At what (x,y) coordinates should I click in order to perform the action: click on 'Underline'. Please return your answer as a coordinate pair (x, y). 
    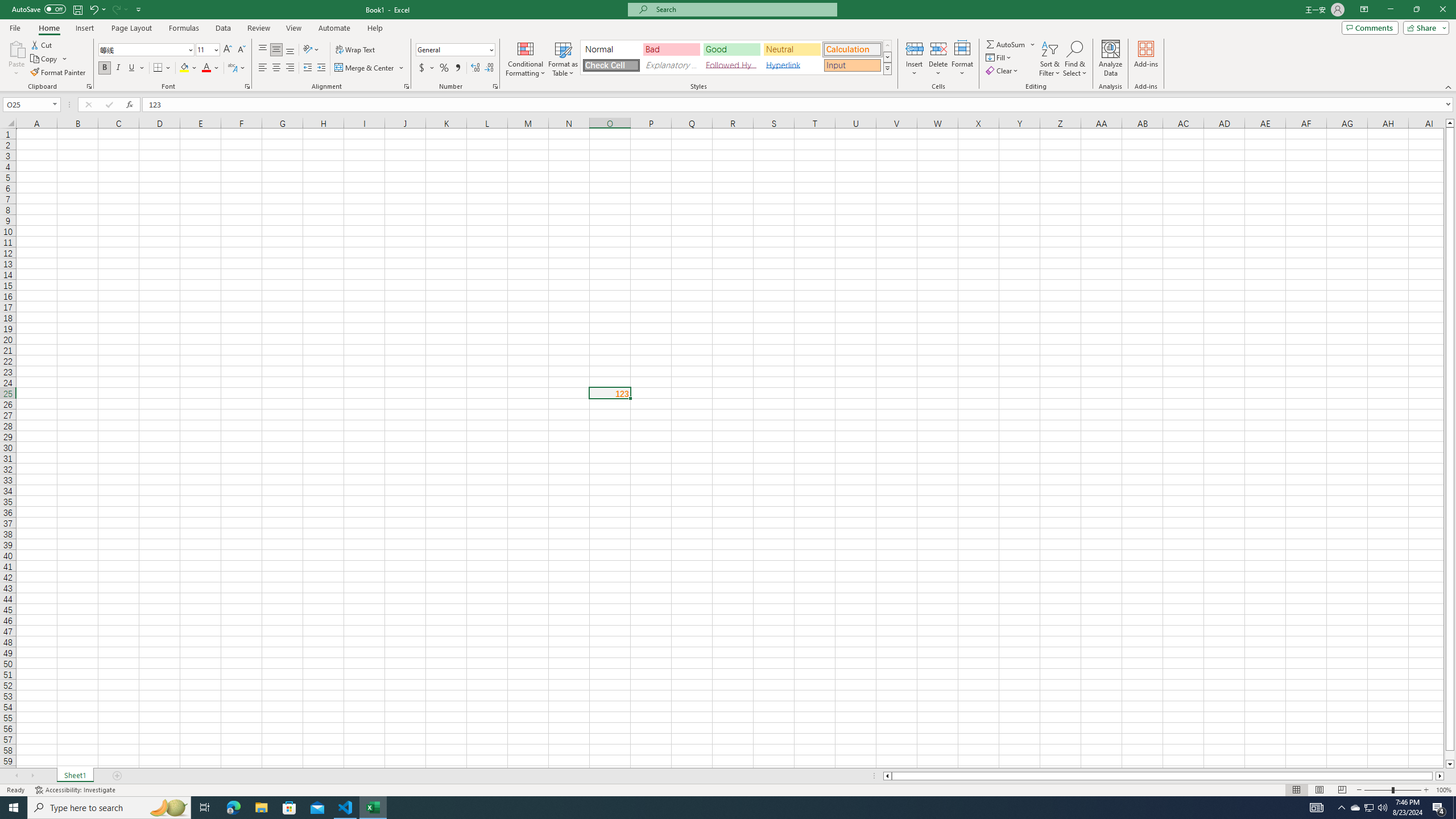
    Looking at the image, I should click on (136, 67).